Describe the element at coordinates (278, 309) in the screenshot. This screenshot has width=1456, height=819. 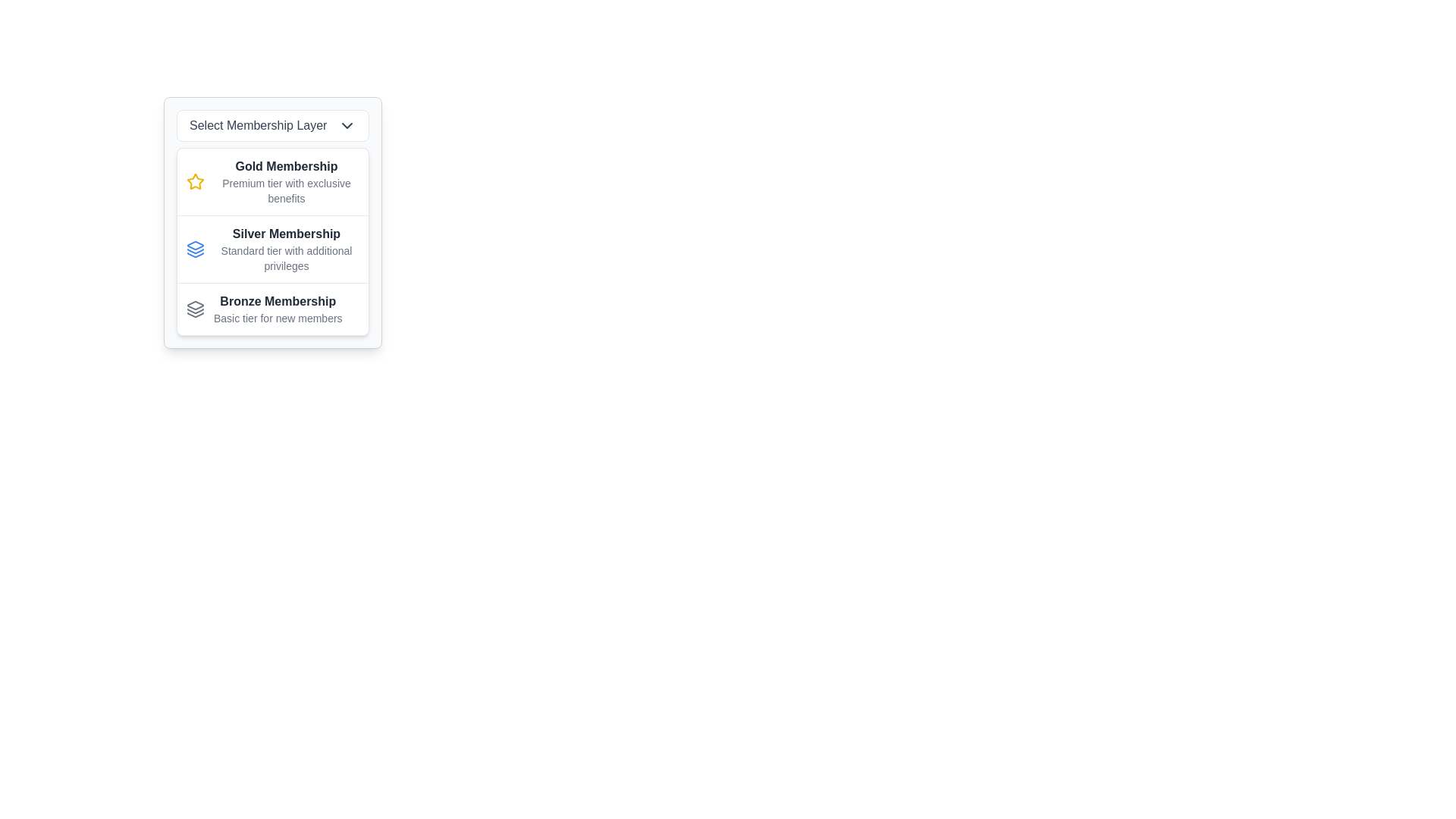
I see `the informational text block displaying the description of the 'Bronze Membership' tier, which is located at the bottom of the membership selection interface` at that location.